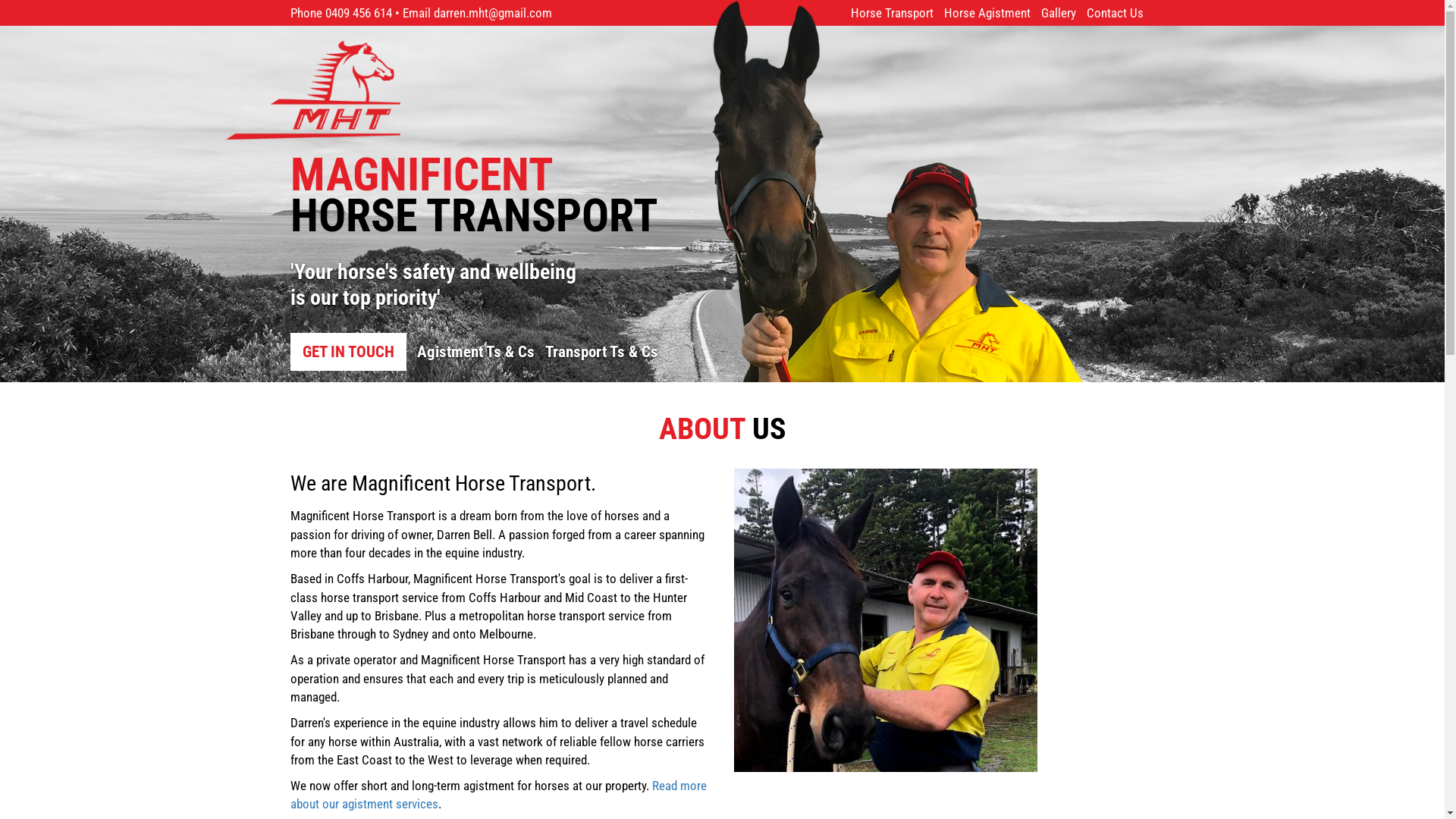  Describe the element at coordinates (986, 12) in the screenshot. I see `'Horse Agistment'` at that location.